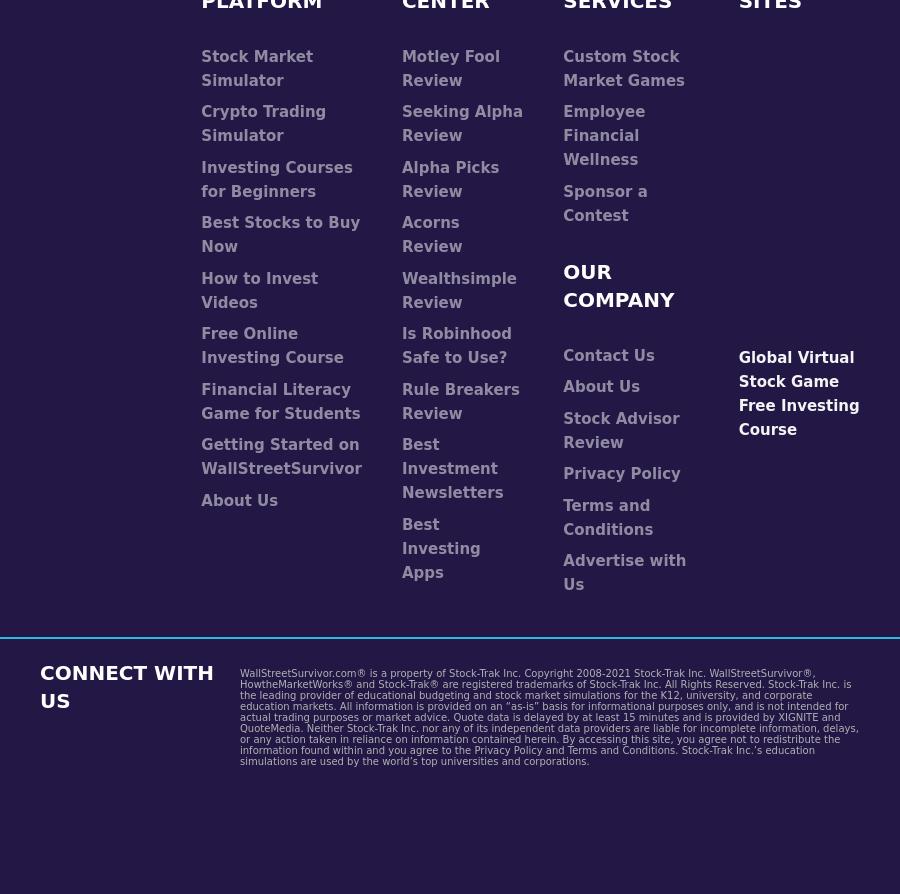 Image resolution: width=900 pixels, height=894 pixels. What do you see at coordinates (440, 548) in the screenshot?
I see `'Best Investing Apps'` at bounding box center [440, 548].